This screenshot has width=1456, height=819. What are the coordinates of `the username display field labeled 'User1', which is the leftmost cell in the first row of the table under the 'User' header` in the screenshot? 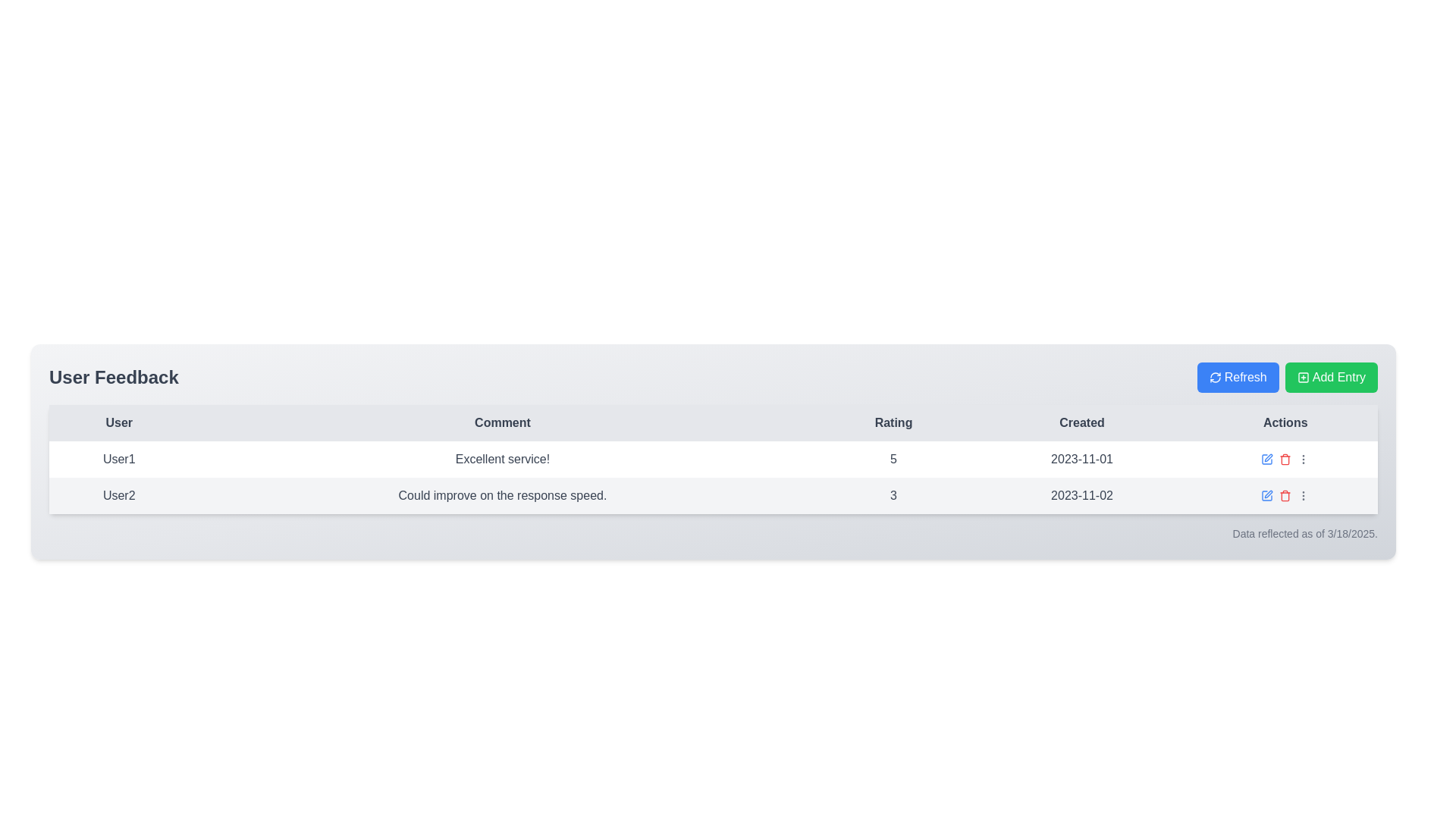 It's located at (118, 458).